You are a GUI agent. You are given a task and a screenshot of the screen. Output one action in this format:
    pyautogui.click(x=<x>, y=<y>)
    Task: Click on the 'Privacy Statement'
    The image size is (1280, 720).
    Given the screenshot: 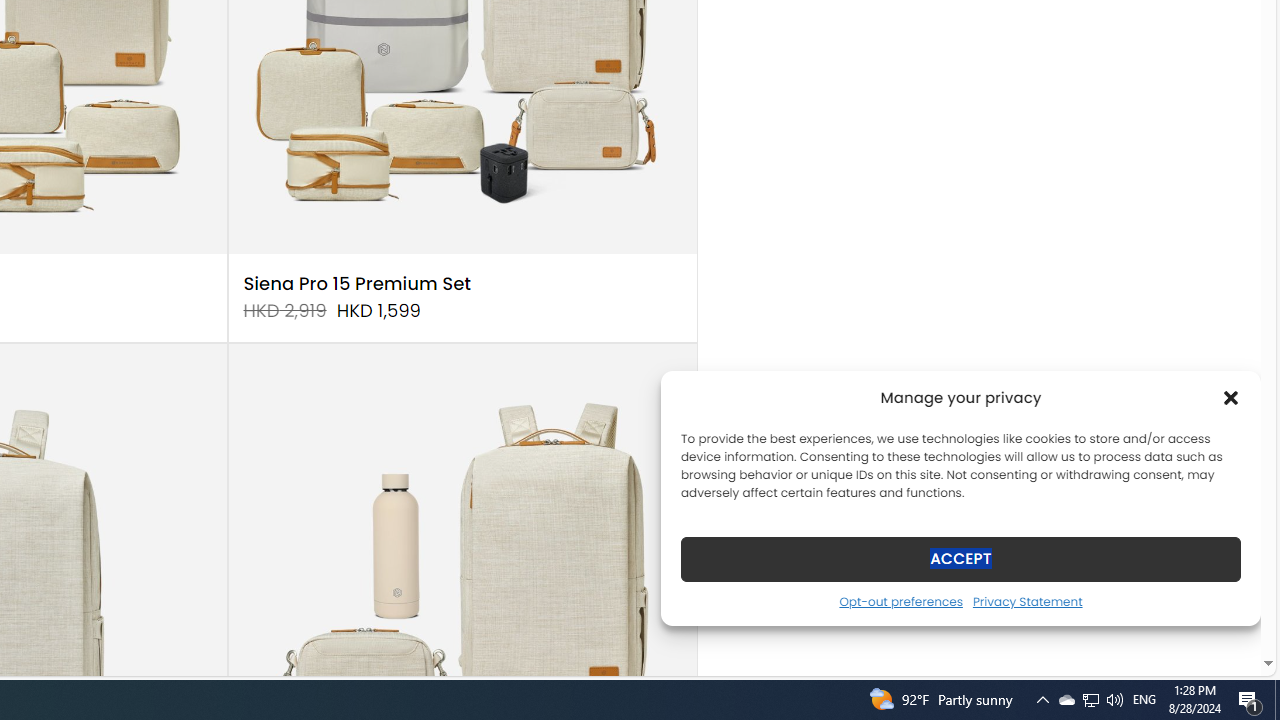 What is the action you would take?
    pyautogui.click(x=1027, y=600)
    